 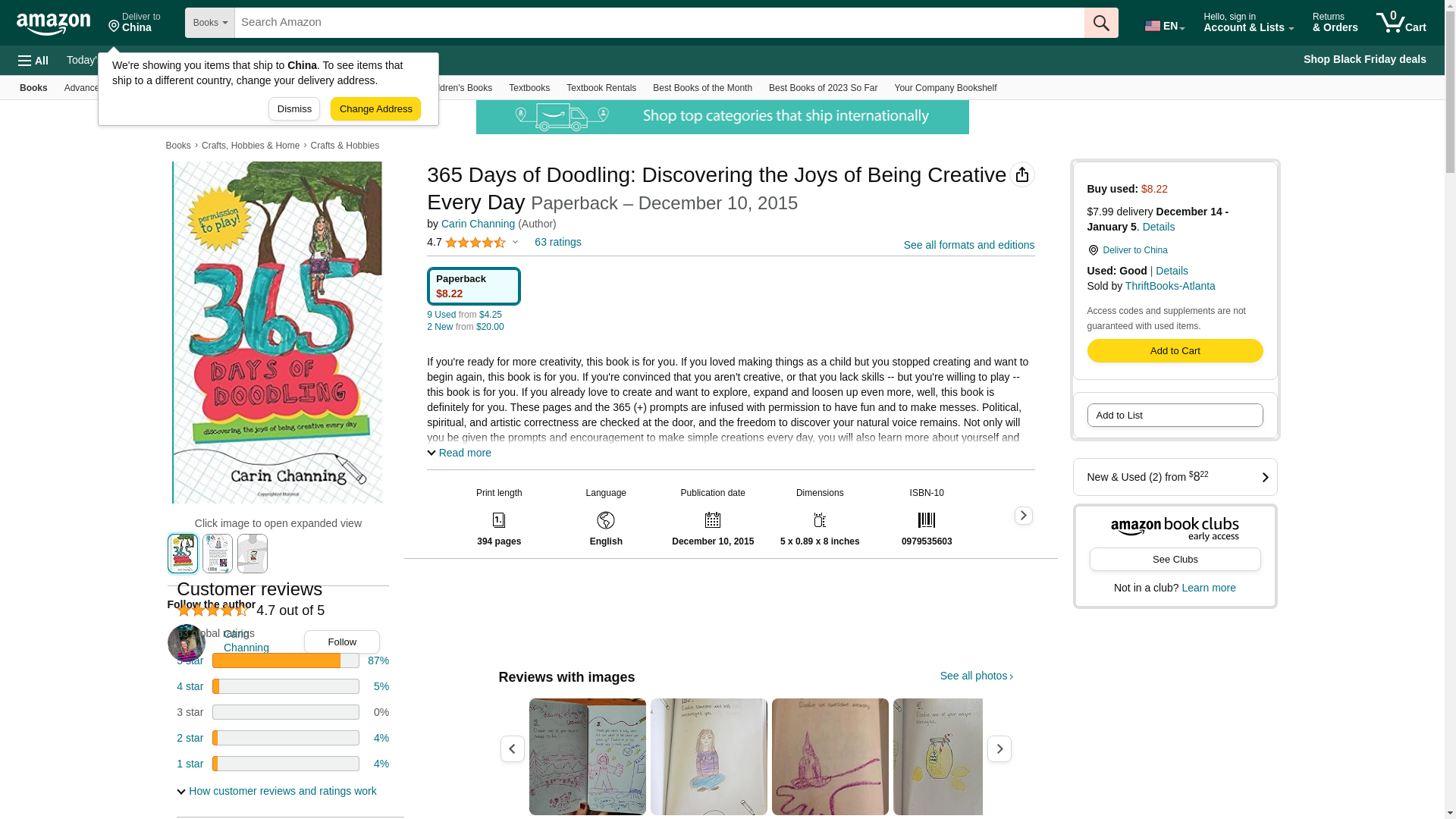 What do you see at coordinates (200, 146) in the screenshot?
I see `'Crafts, Hobbies & Home'` at bounding box center [200, 146].